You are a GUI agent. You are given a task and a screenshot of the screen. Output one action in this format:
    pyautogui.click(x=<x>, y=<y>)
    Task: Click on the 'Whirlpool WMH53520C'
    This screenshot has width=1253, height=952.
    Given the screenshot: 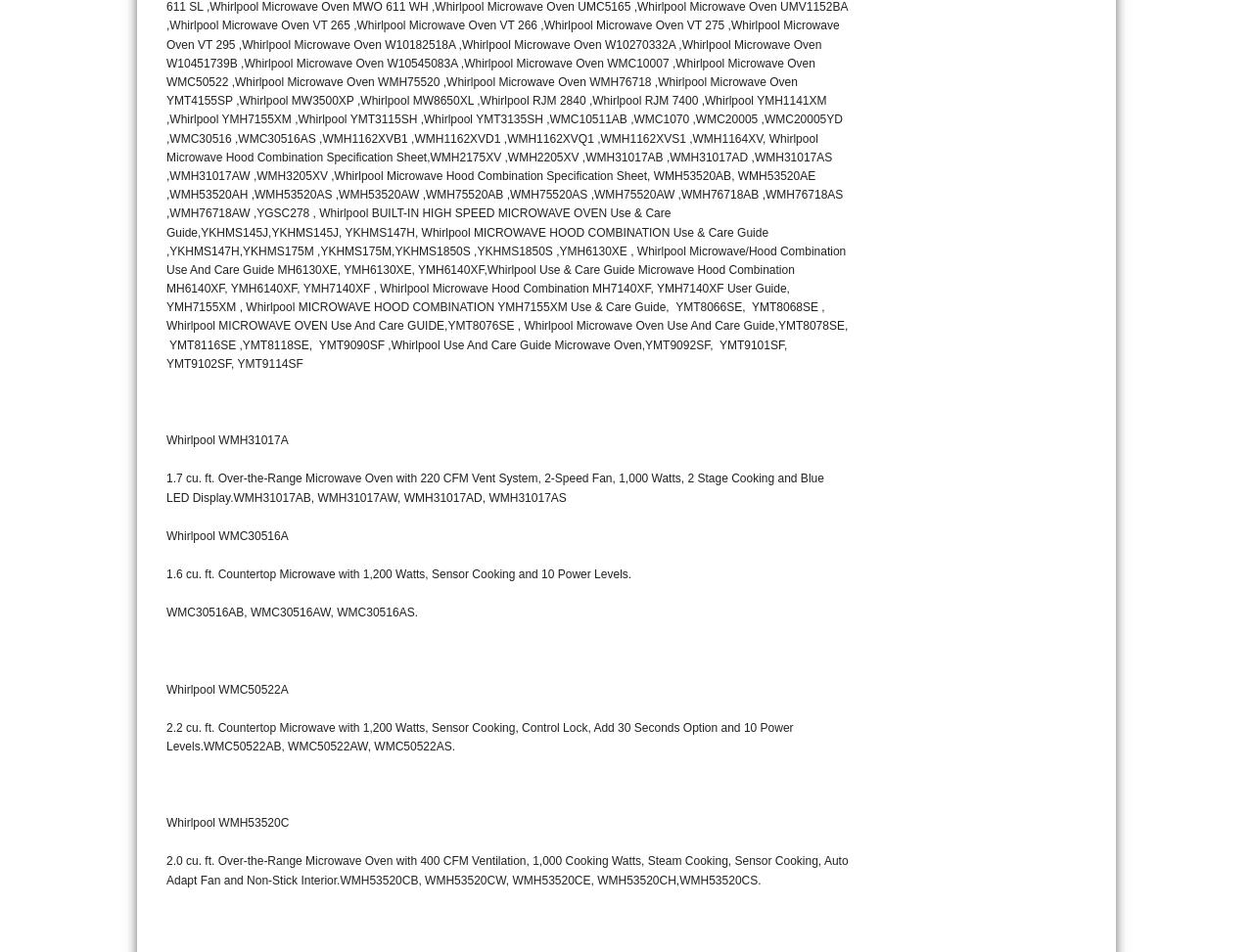 What is the action you would take?
    pyautogui.click(x=227, y=822)
    